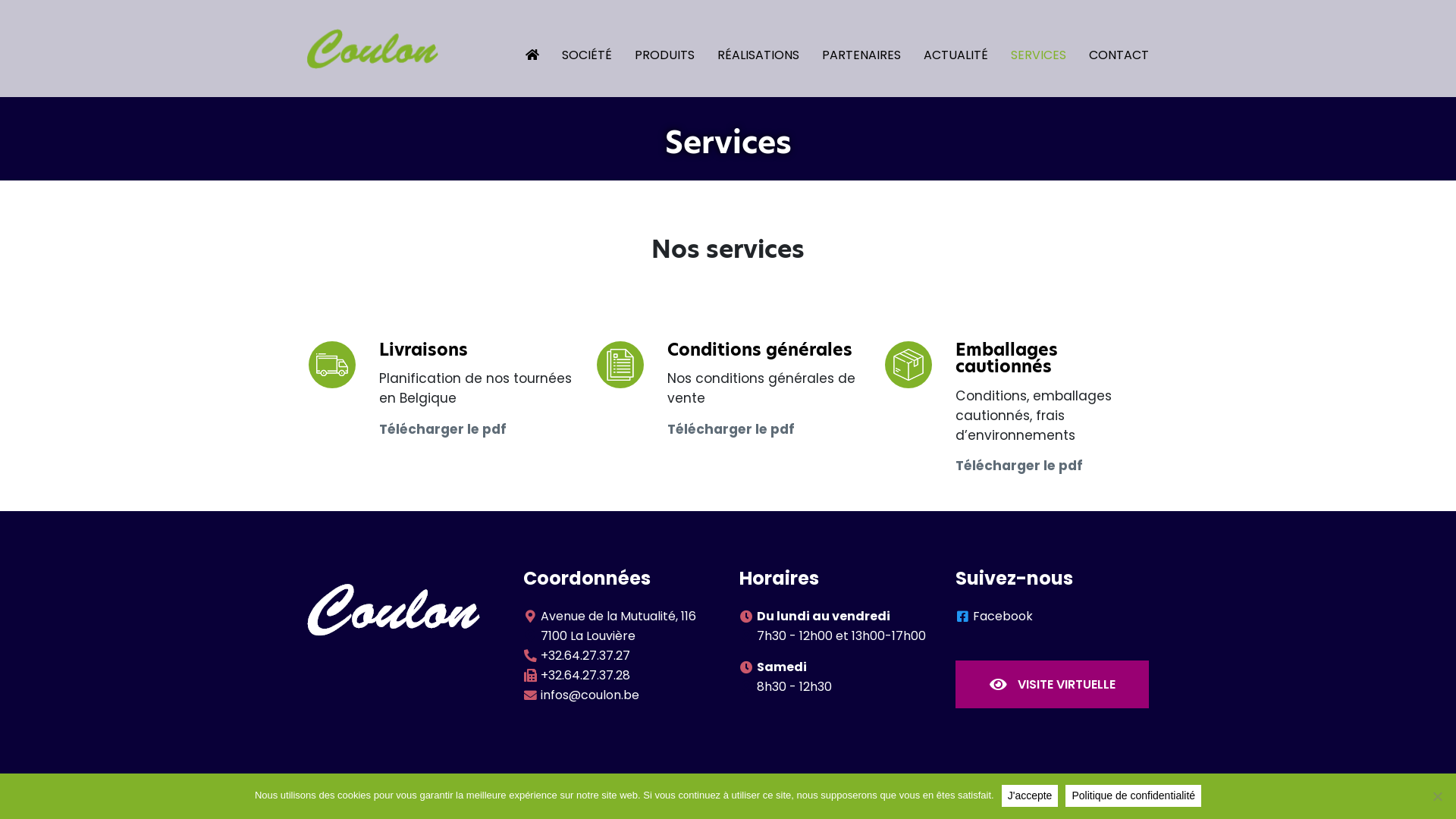 The width and height of the screenshot is (1456, 819). What do you see at coordinates (1003, 616) in the screenshot?
I see `'Facebook'` at bounding box center [1003, 616].